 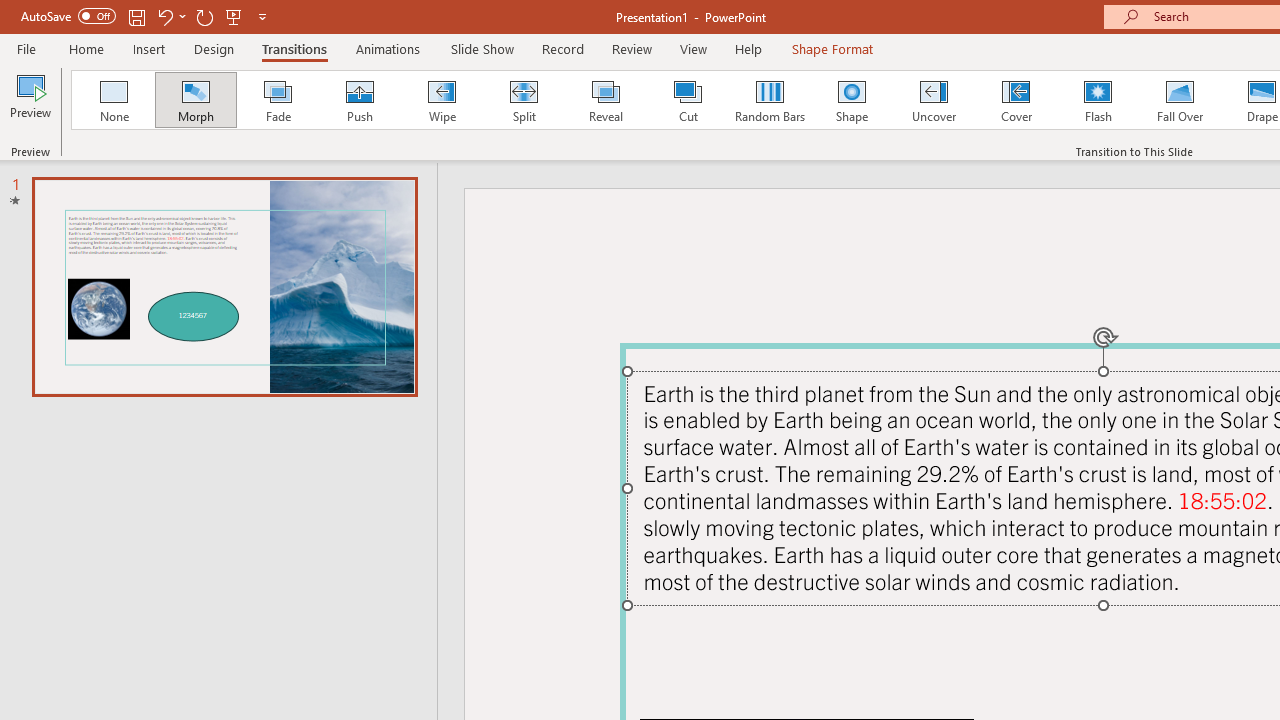 I want to click on 'Reveal', so click(x=604, y=100).